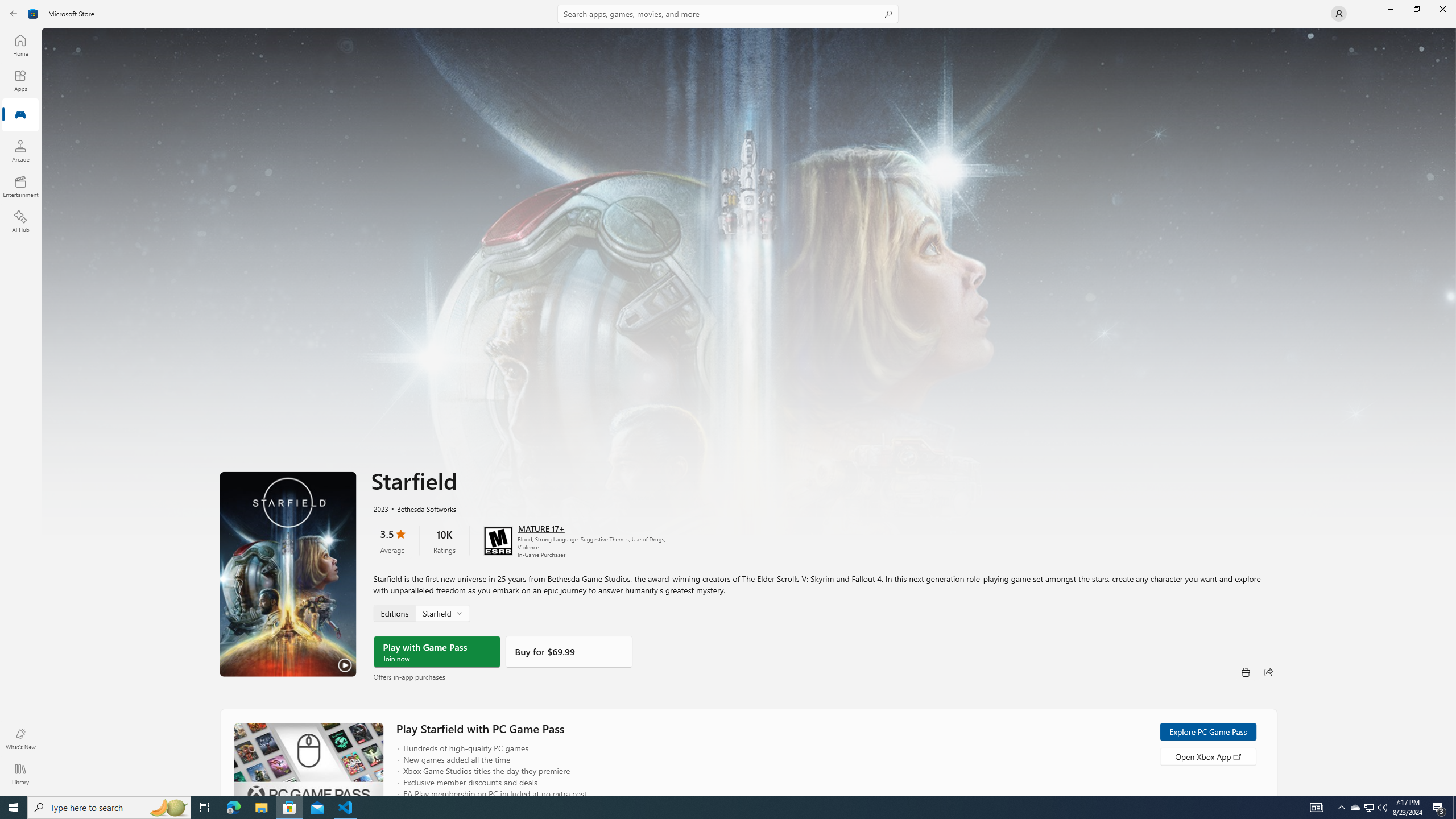 The height and width of the screenshot is (819, 1456). Describe the element at coordinates (1389, 9) in the screenshot. I see `'Minimize Microsoft Store'` at that location.